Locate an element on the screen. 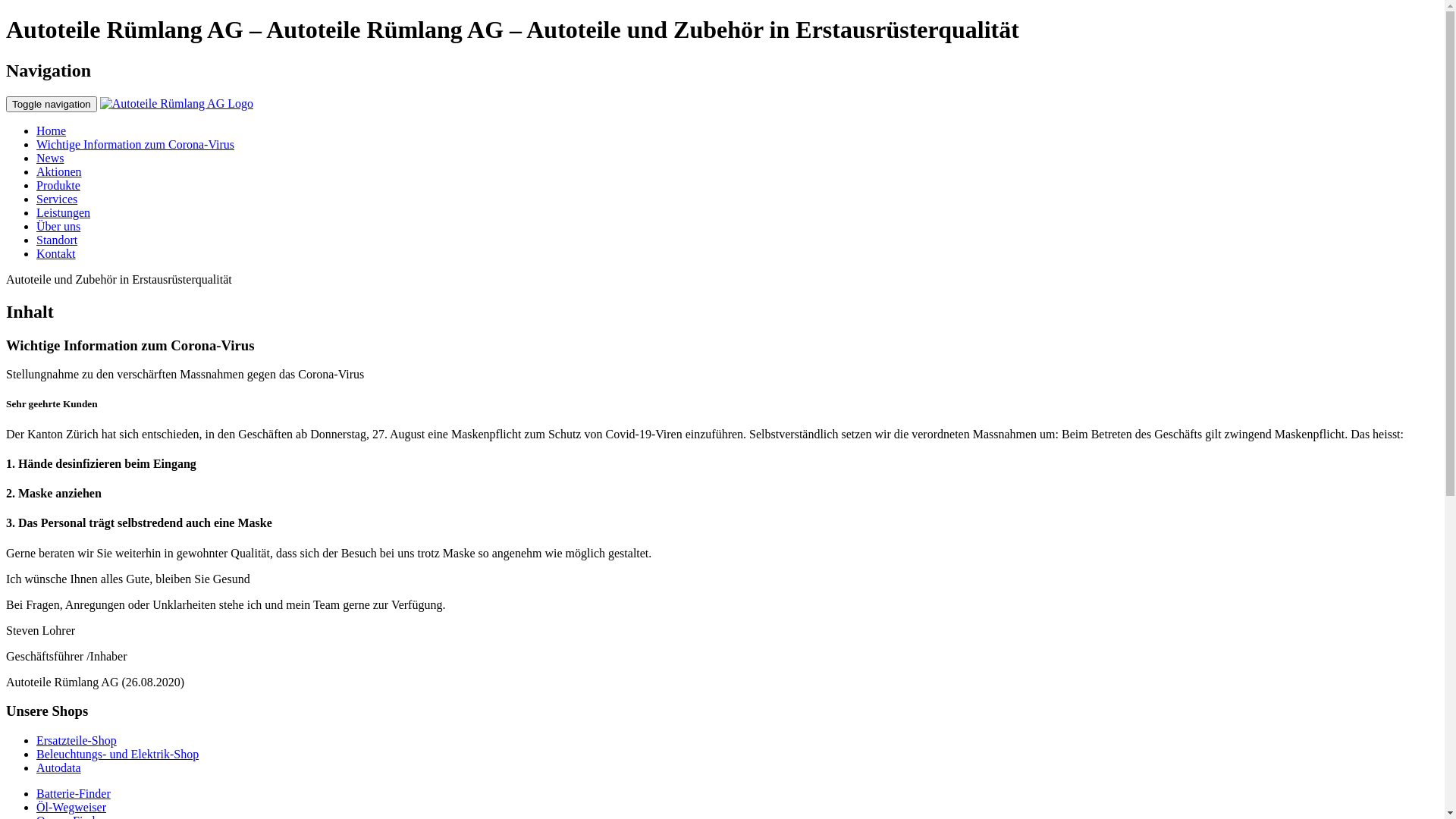  'Home' is located at coordinates (51, 130).